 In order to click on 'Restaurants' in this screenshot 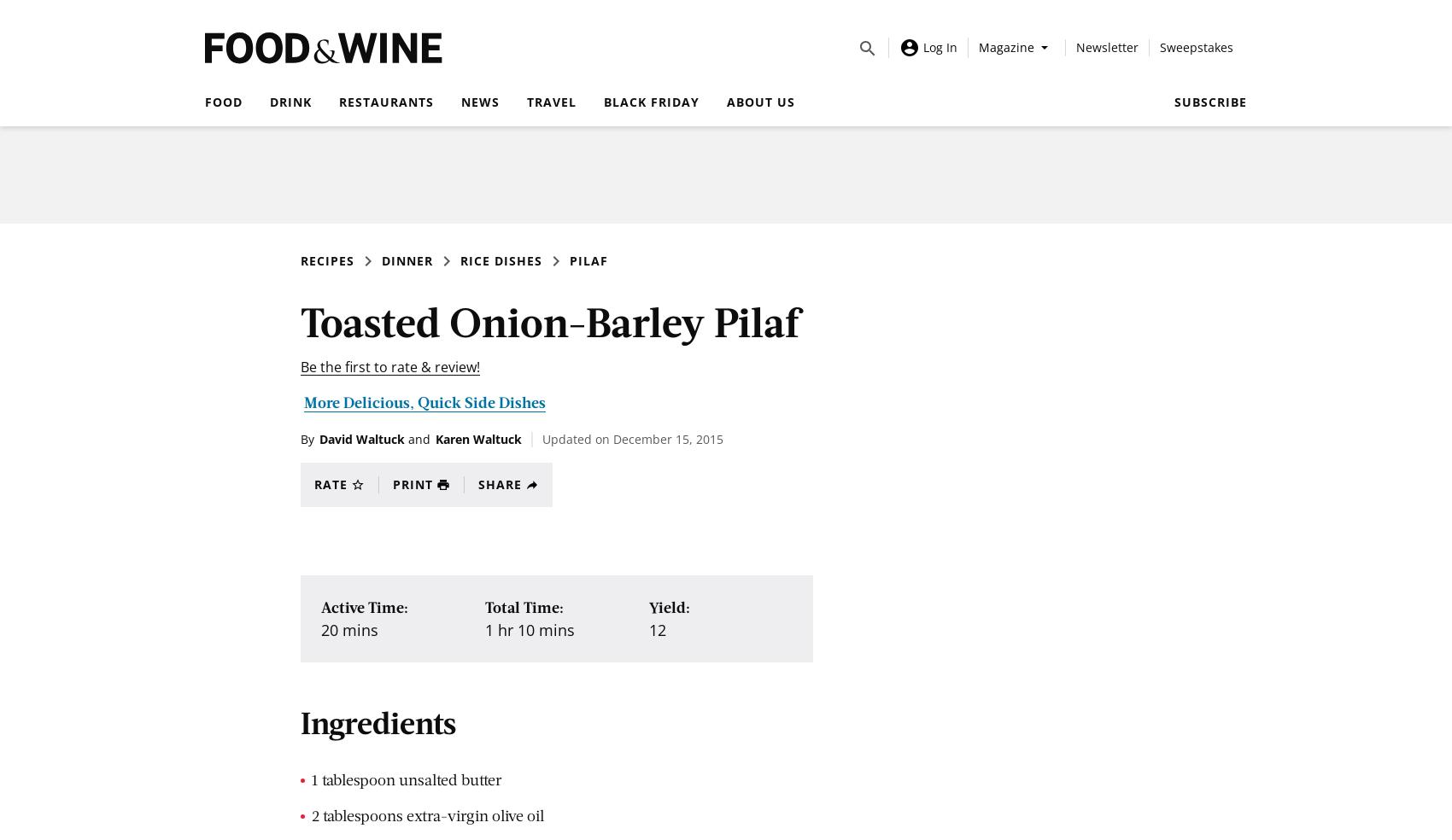, I will do `click(386, 101)`.